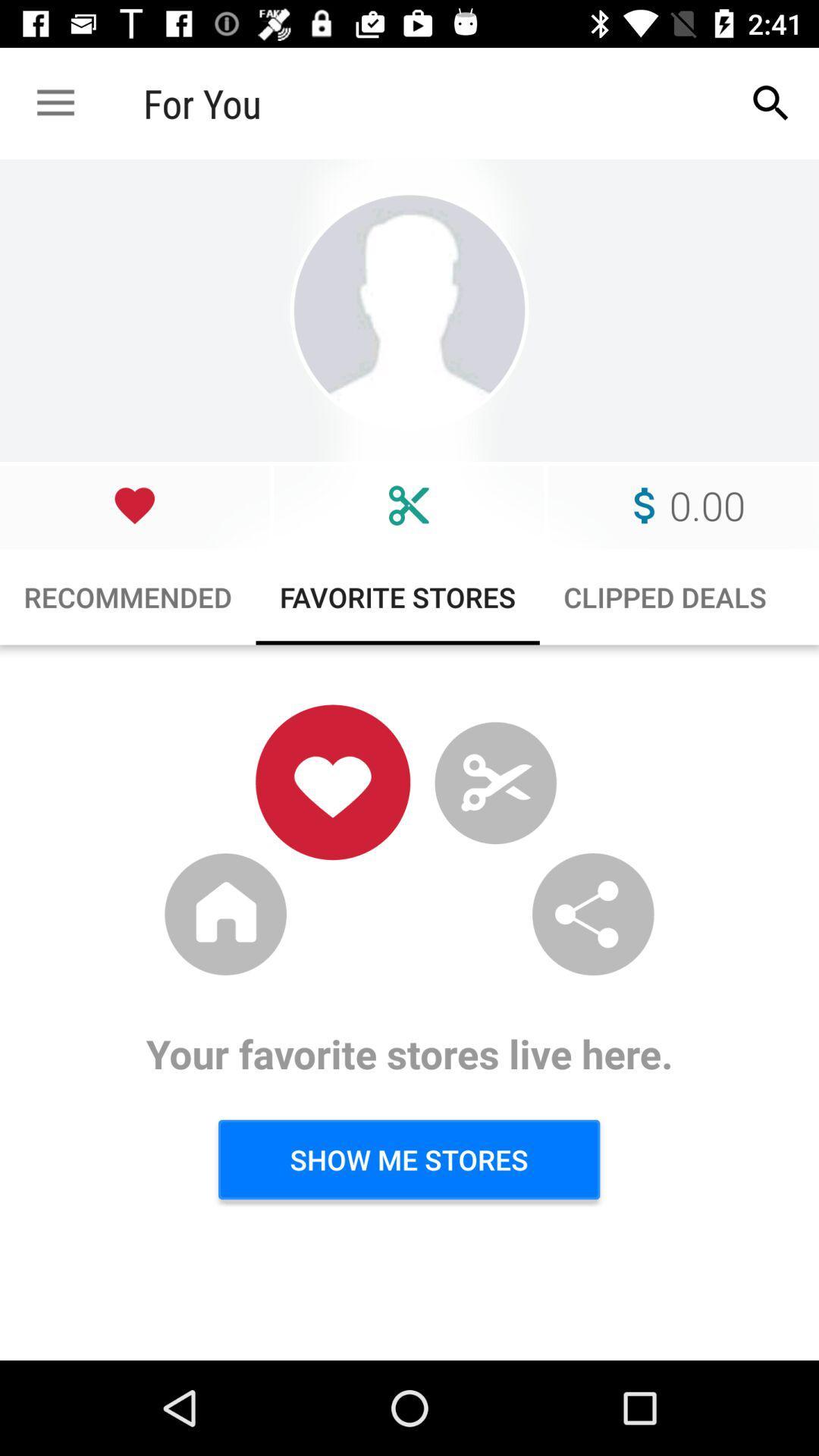 The width and height of the screenshot is (819, 1456). Describe the element at coordinates (409, 309) in the screenshot. I see `profile picture` at that location.